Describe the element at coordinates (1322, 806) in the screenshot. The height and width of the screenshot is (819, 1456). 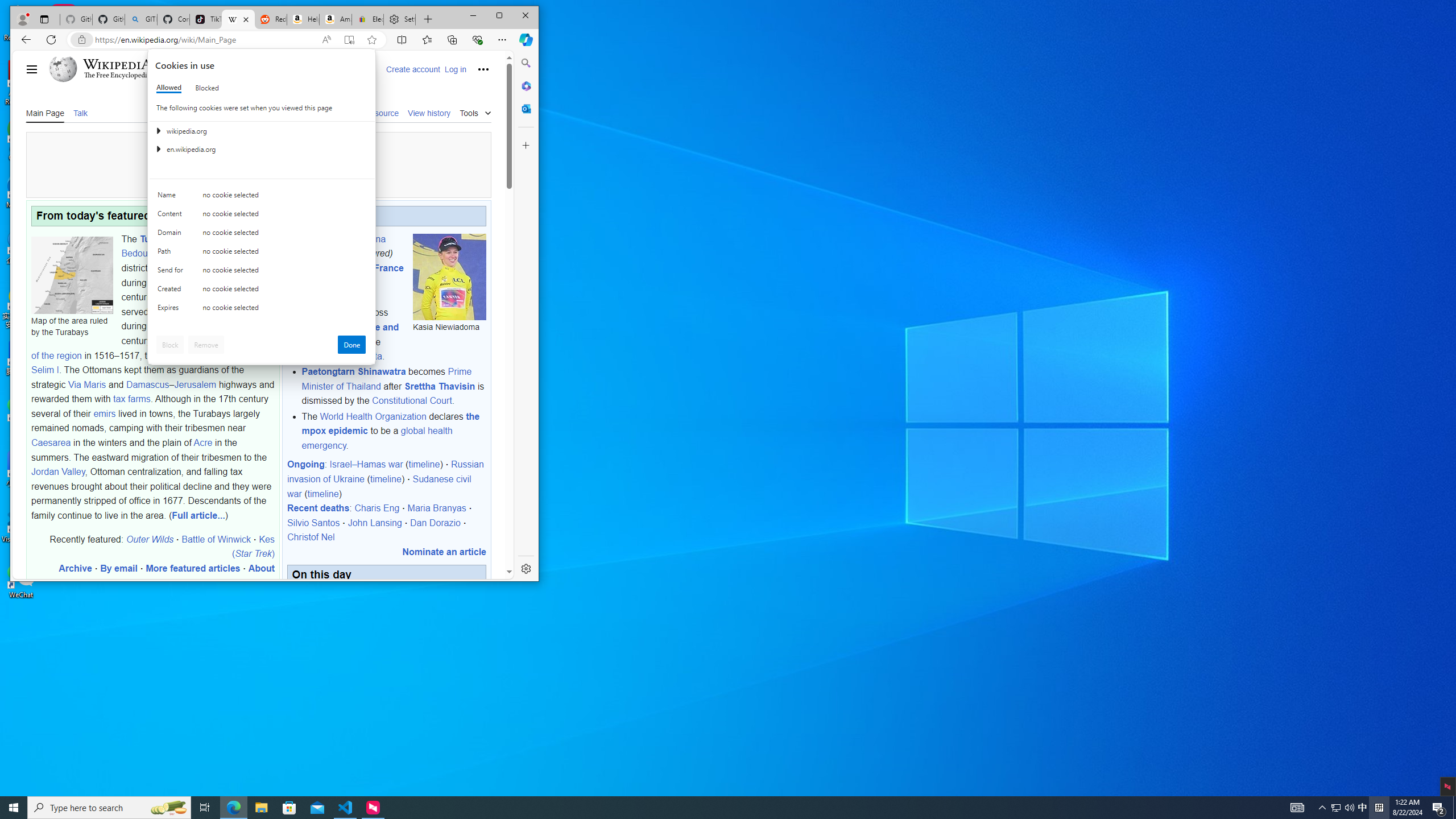
I see `'Notification Chevron'` at that location.